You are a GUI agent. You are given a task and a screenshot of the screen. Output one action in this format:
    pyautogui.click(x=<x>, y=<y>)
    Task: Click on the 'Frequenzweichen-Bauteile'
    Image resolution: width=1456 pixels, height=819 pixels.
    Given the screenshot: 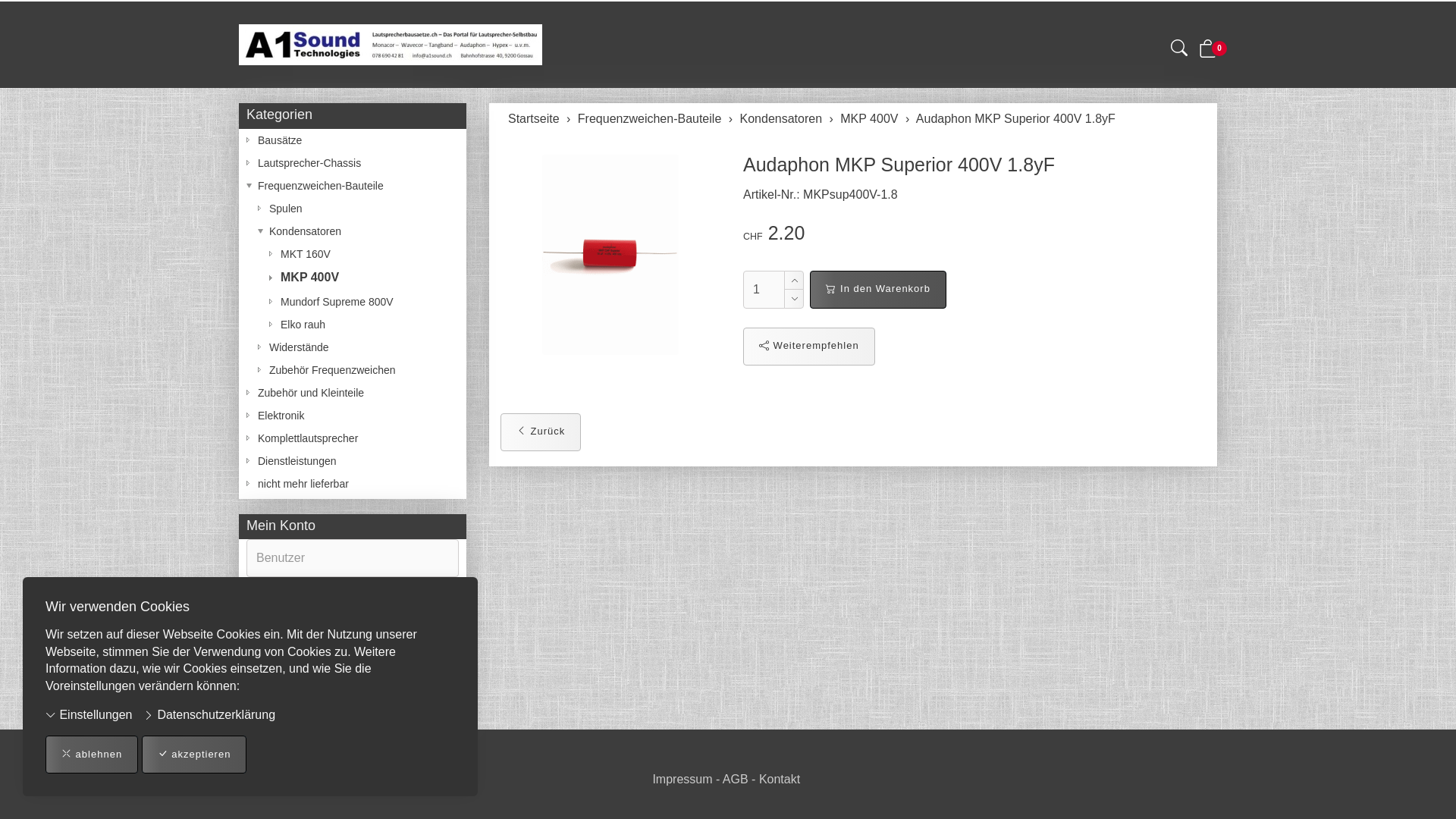 What is the action you would take?
    pyautogui.click(x=649, y=118)
    